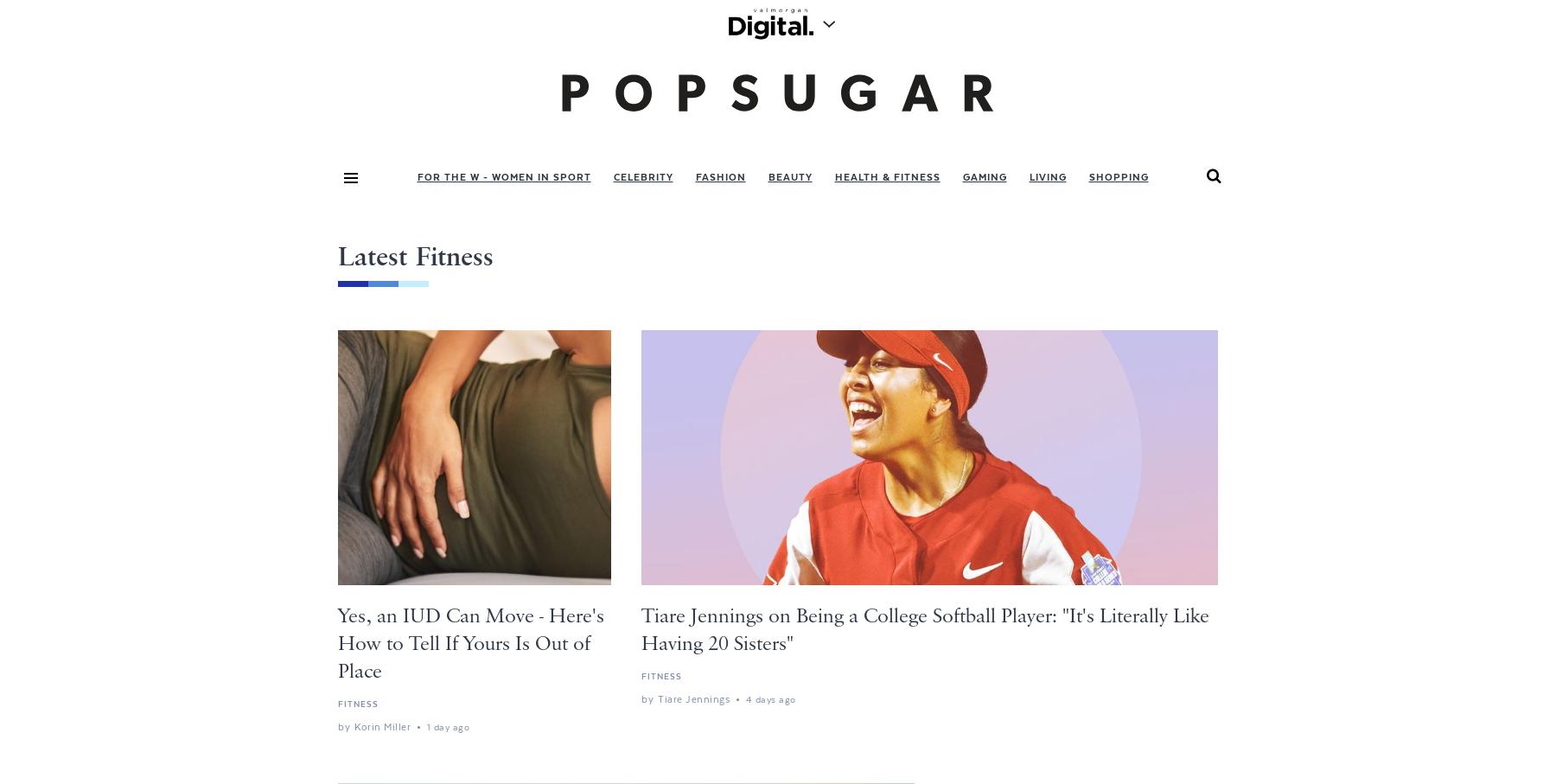 The width and height of the screenshot is (1556, 784). What do you see at coordinates (414, 258) in the screenshot?
I see `'Latest
			Fitness'` at bounding box center [414, 258].